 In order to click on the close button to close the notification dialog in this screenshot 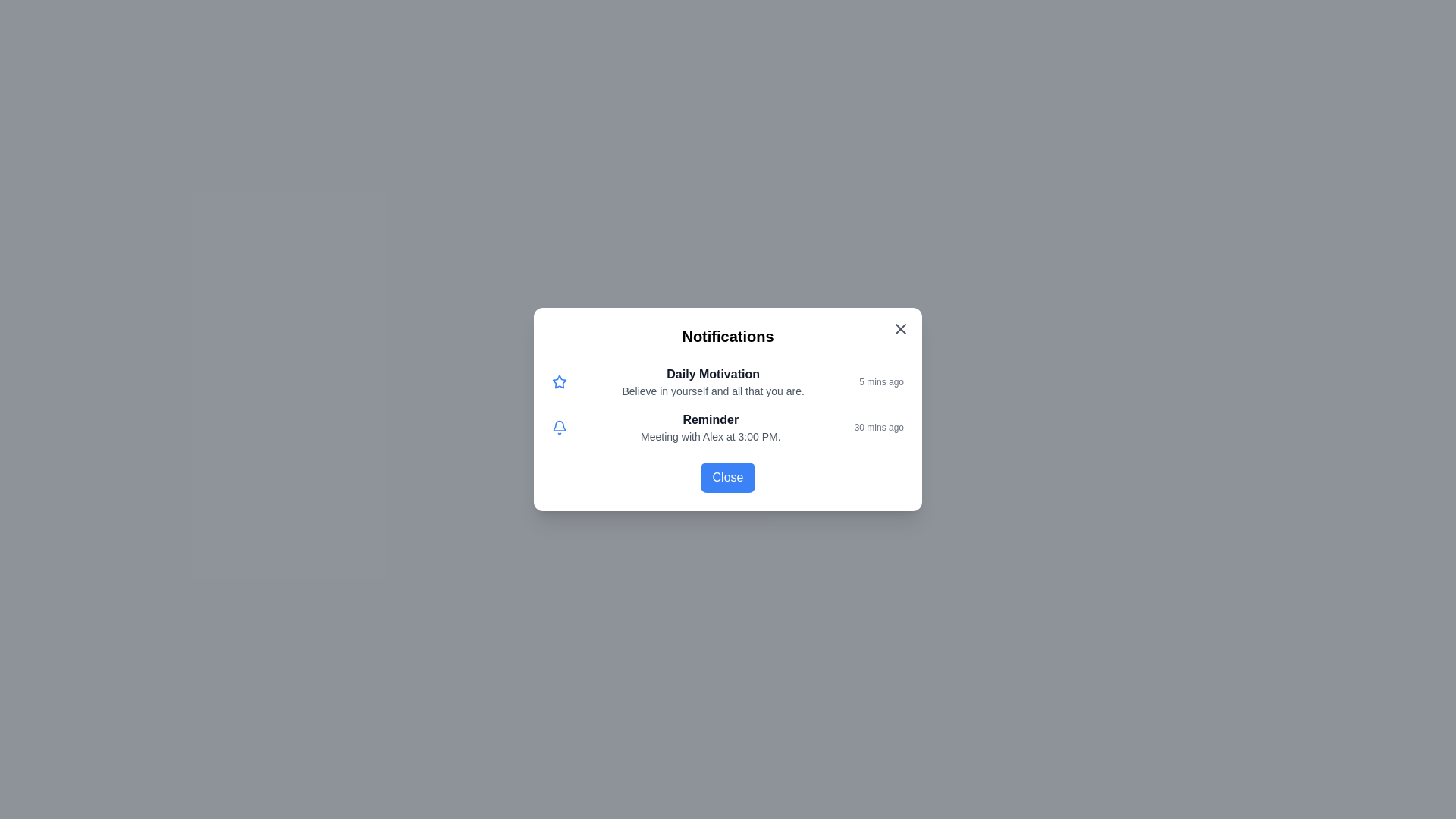, I will do `click(901, 328)`.